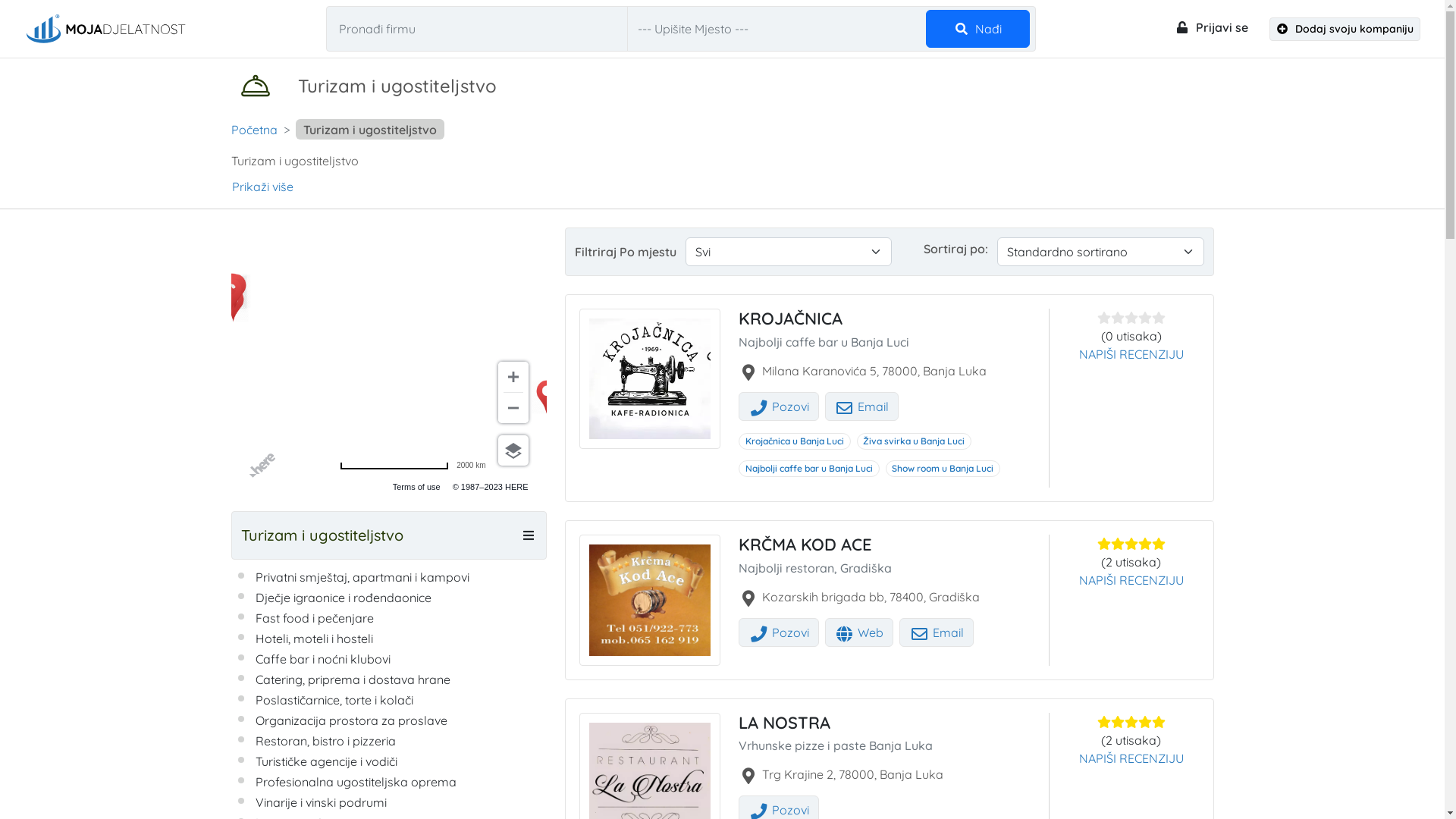 The height and width of the screenshot is (819, 1456). What do you see at coordinates (1210, 27) in the screenshot?
I see `'Prijavi se'` at bounding box center [1210, 27].